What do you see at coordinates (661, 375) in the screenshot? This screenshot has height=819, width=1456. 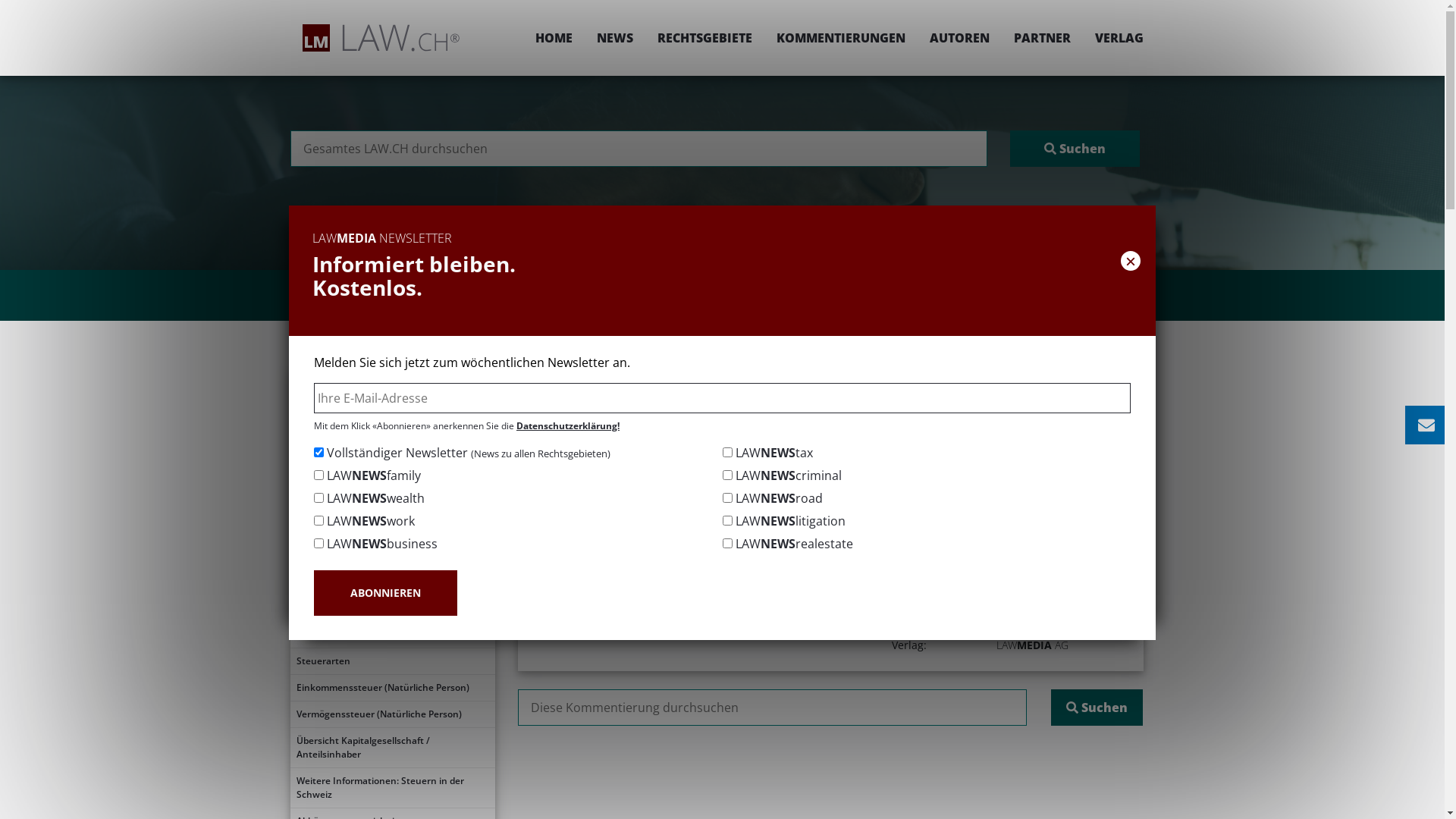 I see `'Rechtsgebiete'` at bounding box center [661, 375].